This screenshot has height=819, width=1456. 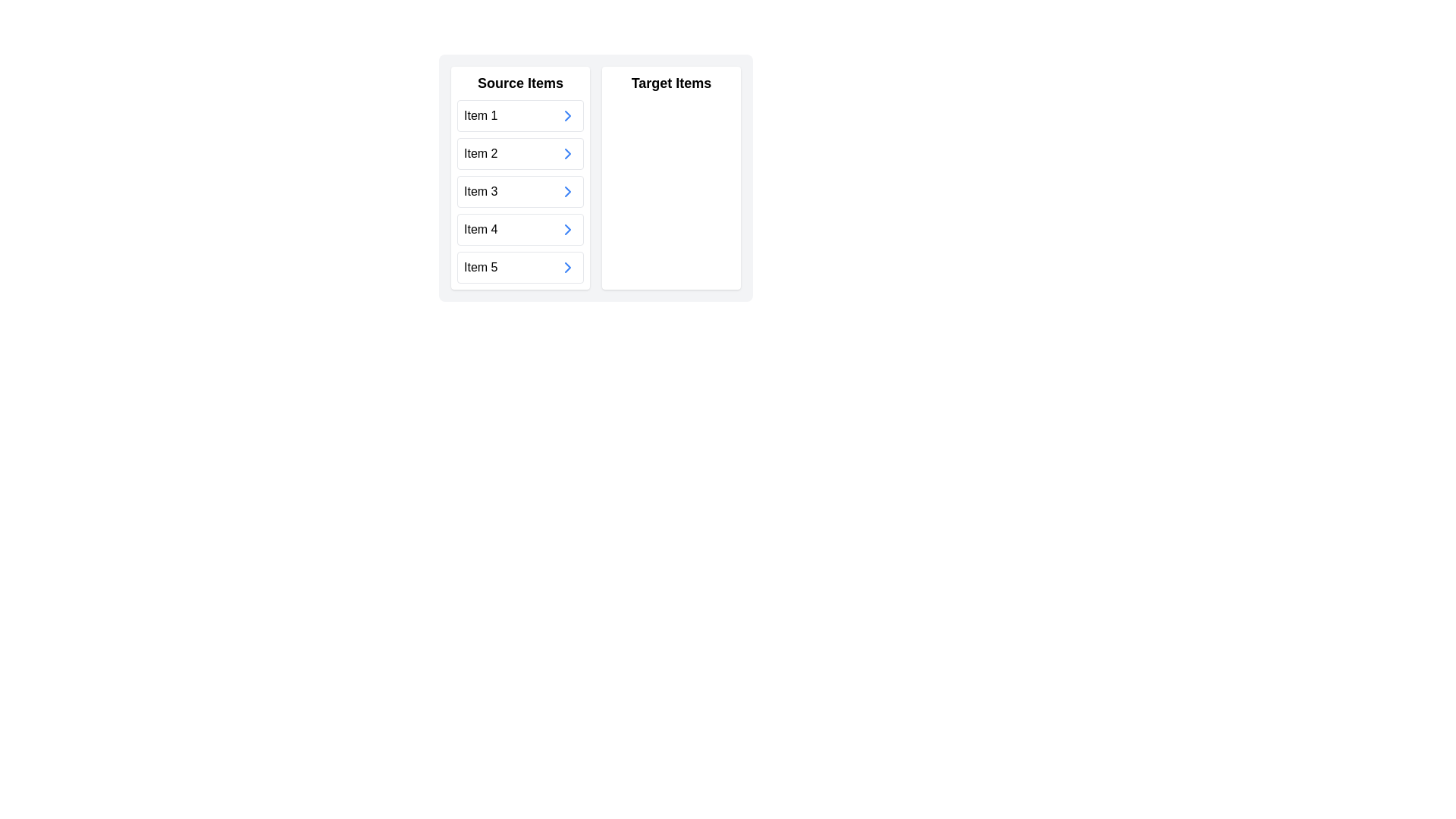 I want to click on assistive technologies, so click(x=479, y=230).